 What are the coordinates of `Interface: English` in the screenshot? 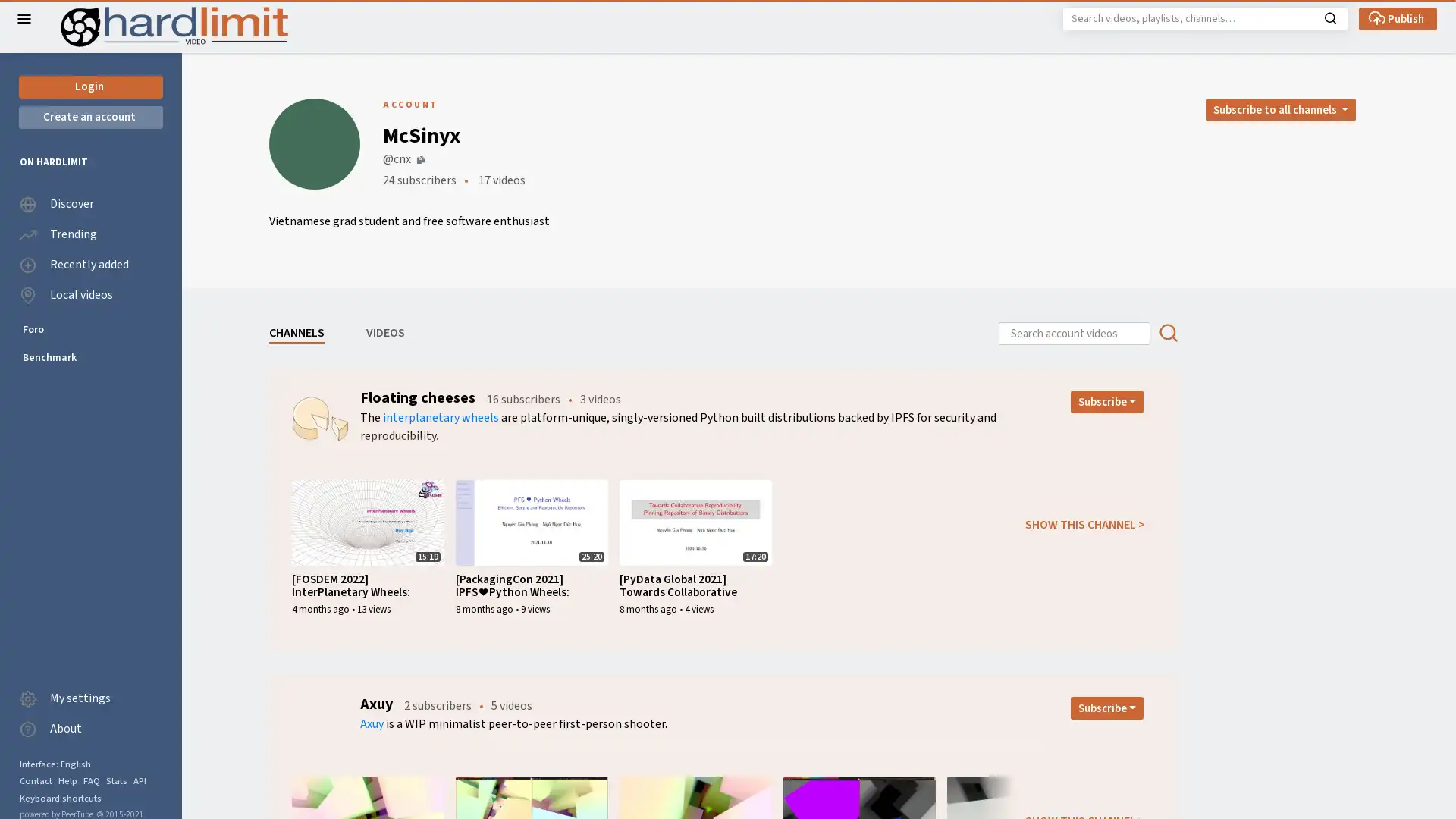 It's located at (55, 764).